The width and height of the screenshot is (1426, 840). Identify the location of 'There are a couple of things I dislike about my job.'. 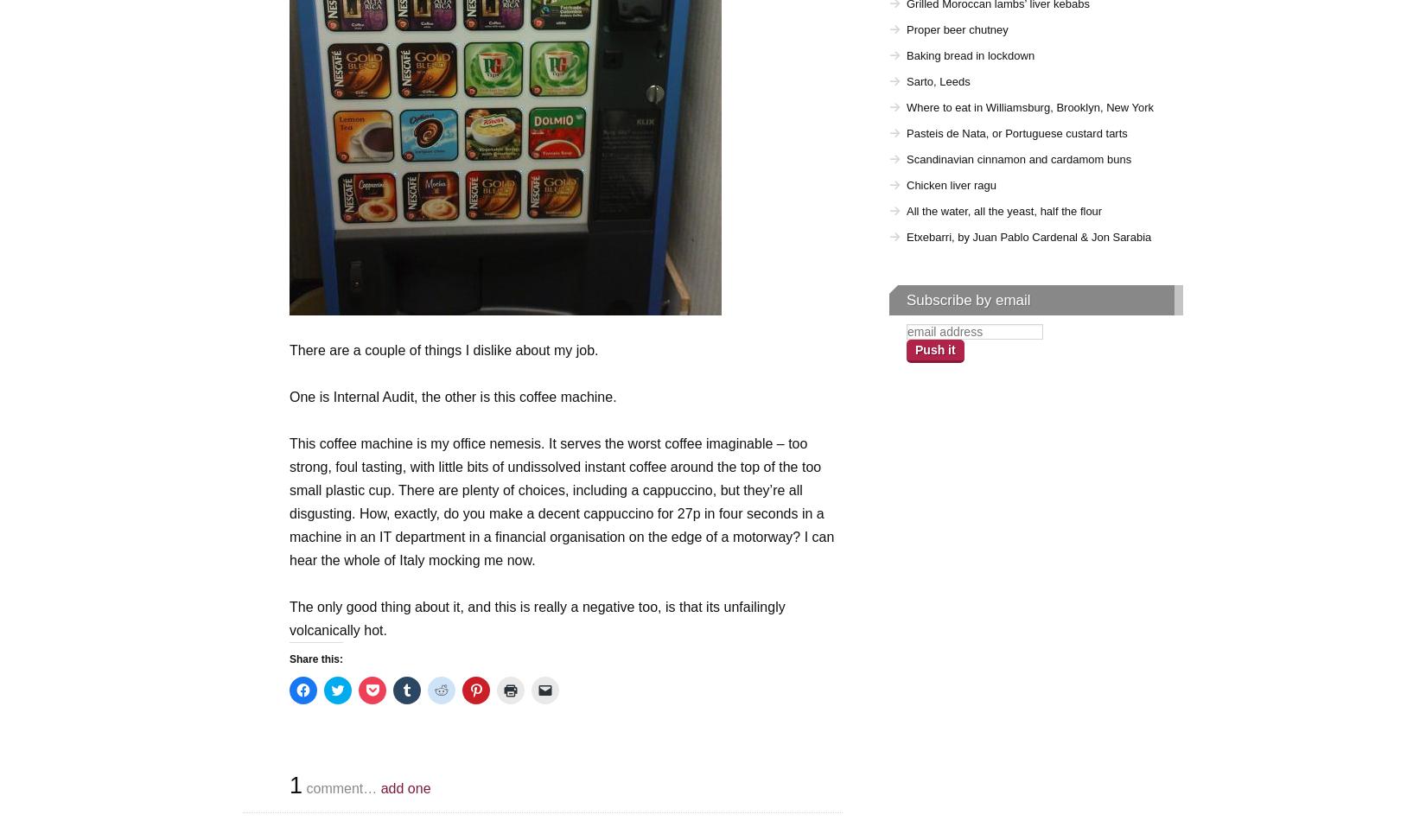
(289, 350).